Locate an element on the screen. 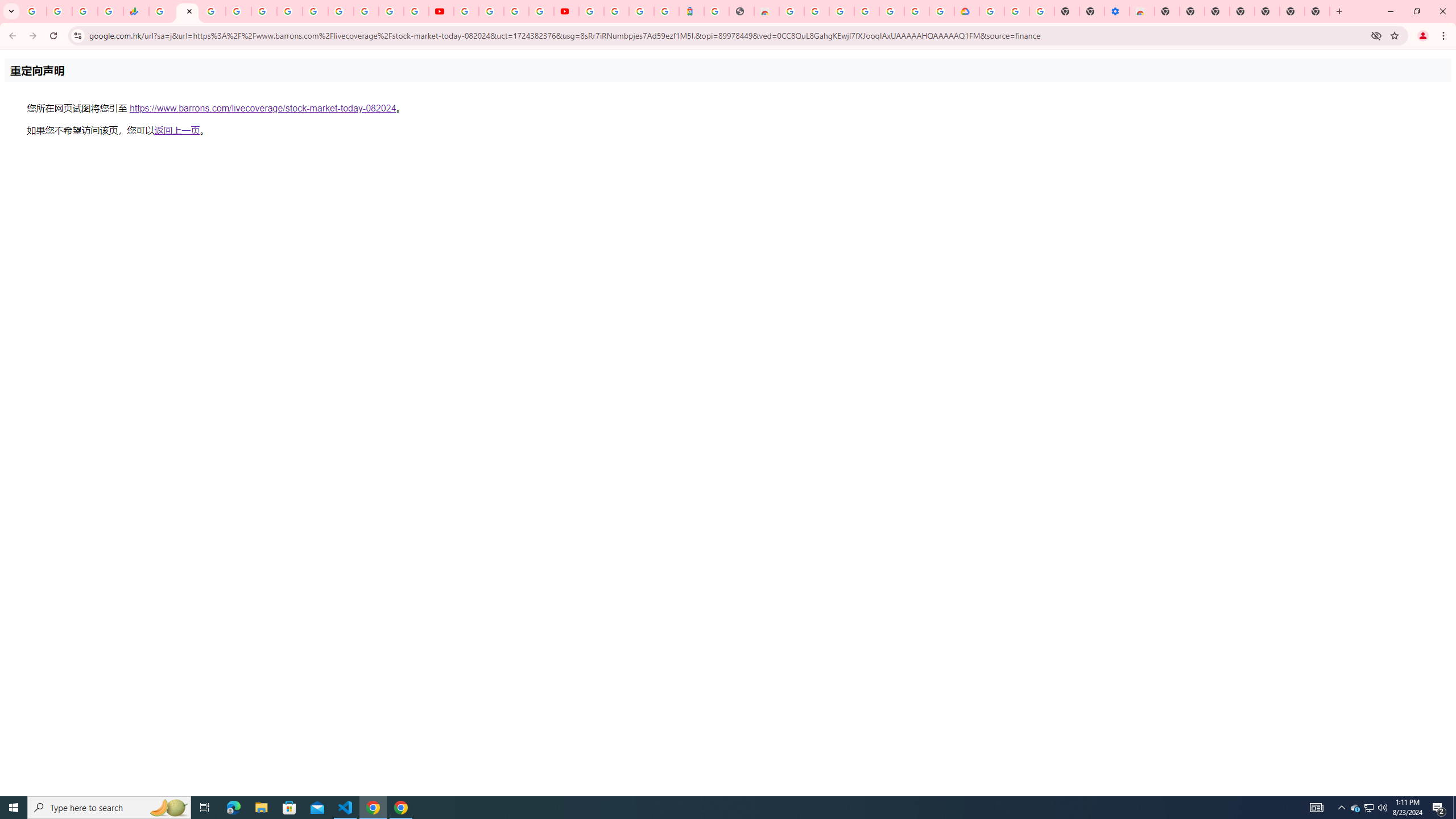 This screenshot has width=1456, height=819. 'YouTube' is located at coordinates (466, 11).